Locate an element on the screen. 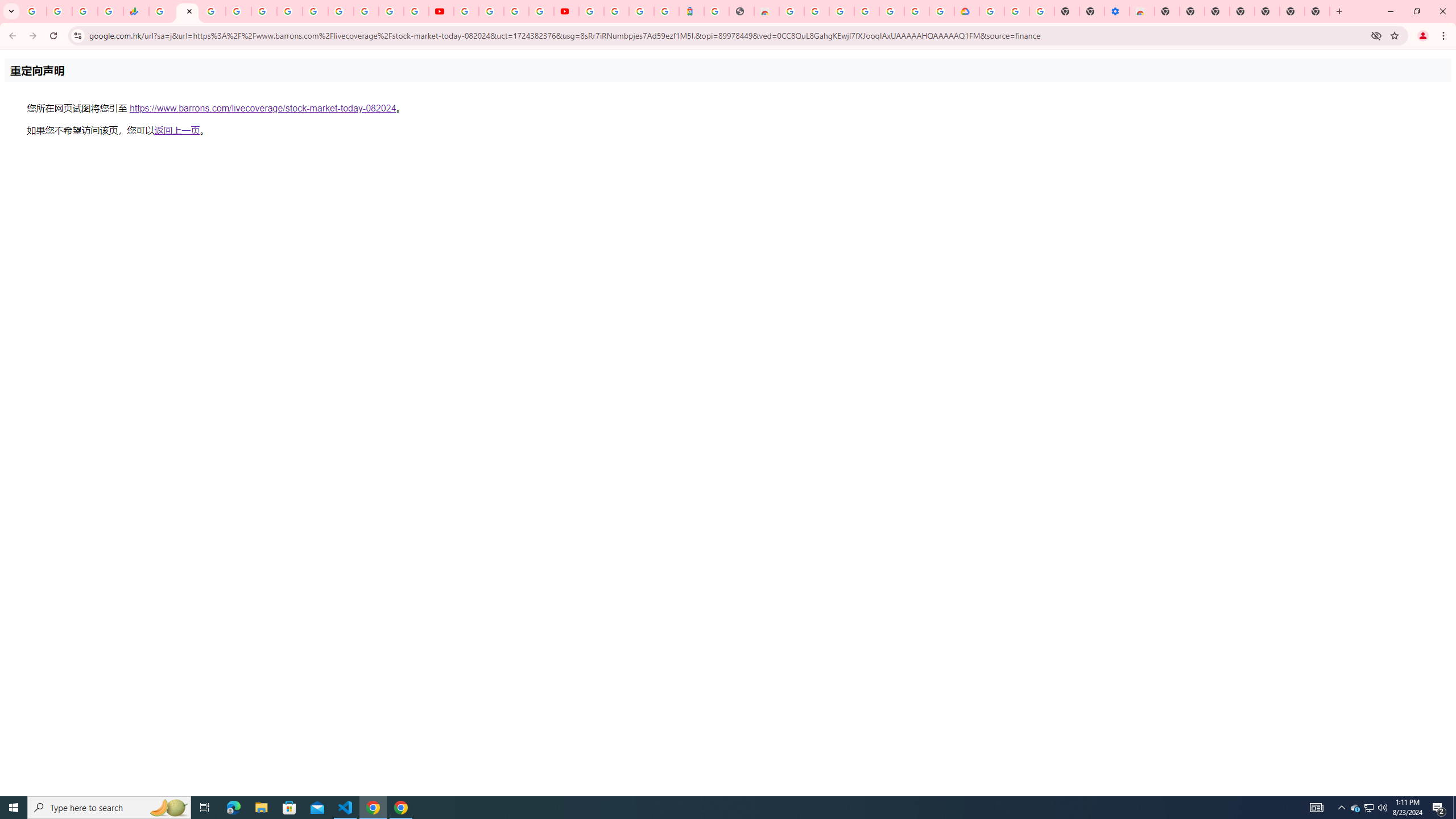 This screenshot has width=1456, height=819. 'YouTube' is located at coordinates (466, 11).